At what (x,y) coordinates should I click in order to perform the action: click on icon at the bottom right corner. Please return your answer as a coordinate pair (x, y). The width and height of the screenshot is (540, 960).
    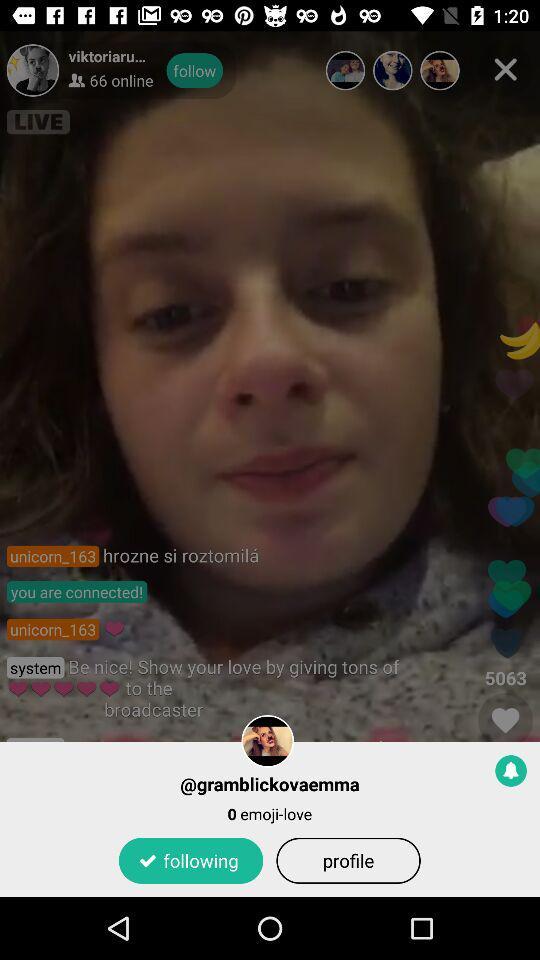
    Looking at the image, I should click on (511, 769).